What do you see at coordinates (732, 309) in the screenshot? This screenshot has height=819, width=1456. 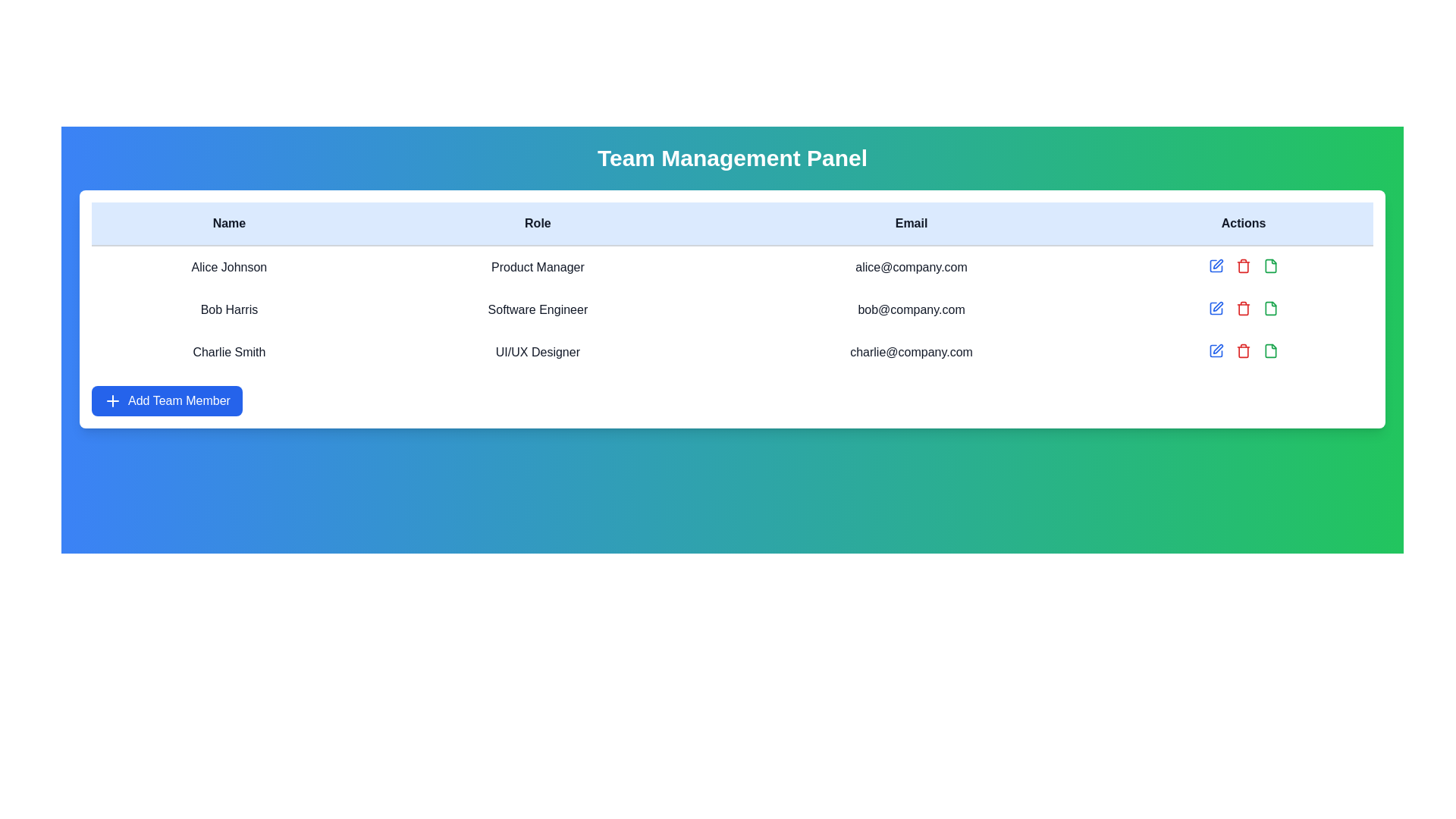 I see `the contents of the second table row in the Team Management Panel to copy the user information` at bounding box center [732, 309].